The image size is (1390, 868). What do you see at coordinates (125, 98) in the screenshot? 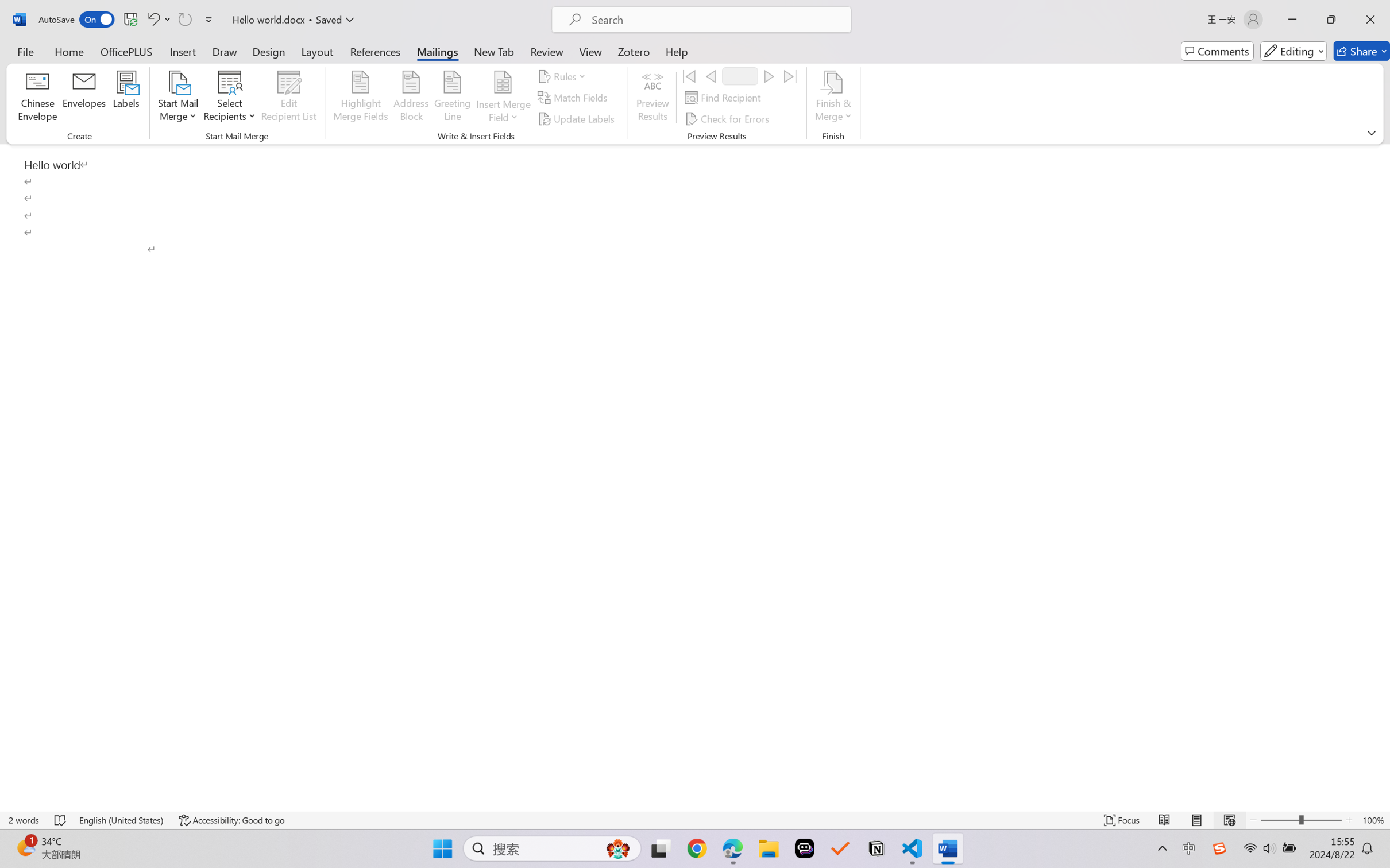
I see `'Labels...'` at bounding box center [125, 98].